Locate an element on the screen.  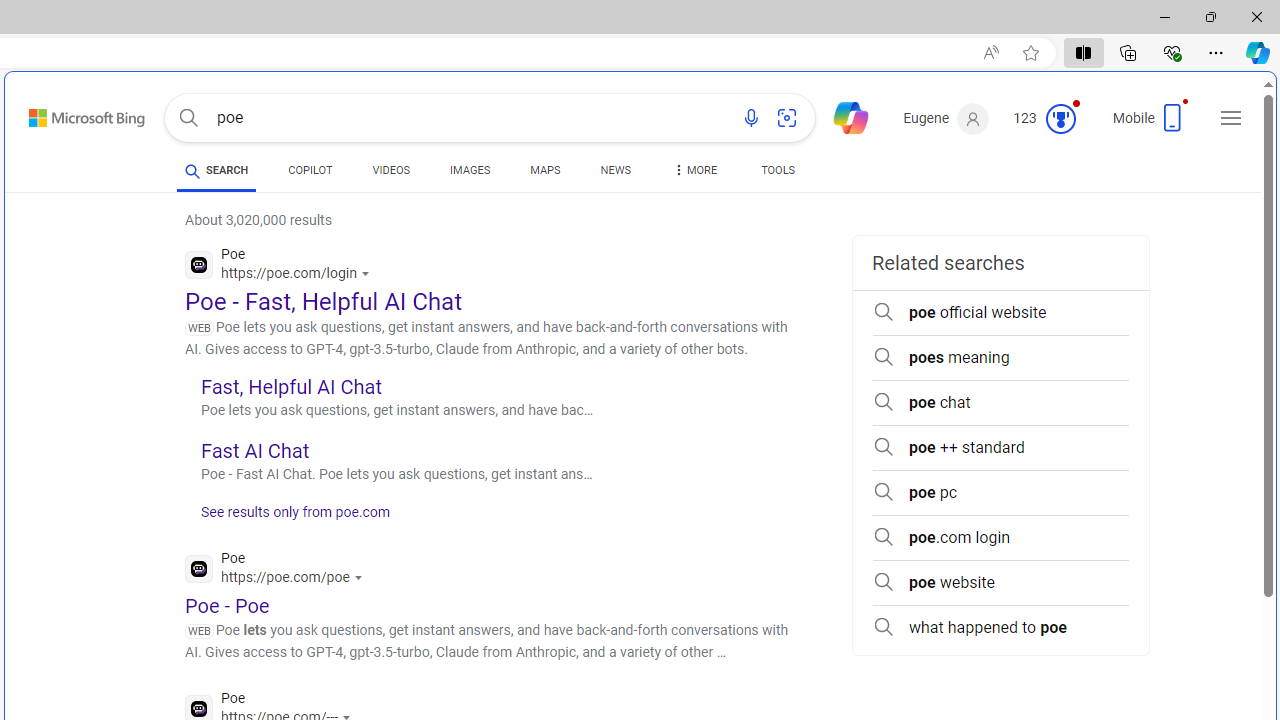
'NEWS' is located at coordinates (614, 172).